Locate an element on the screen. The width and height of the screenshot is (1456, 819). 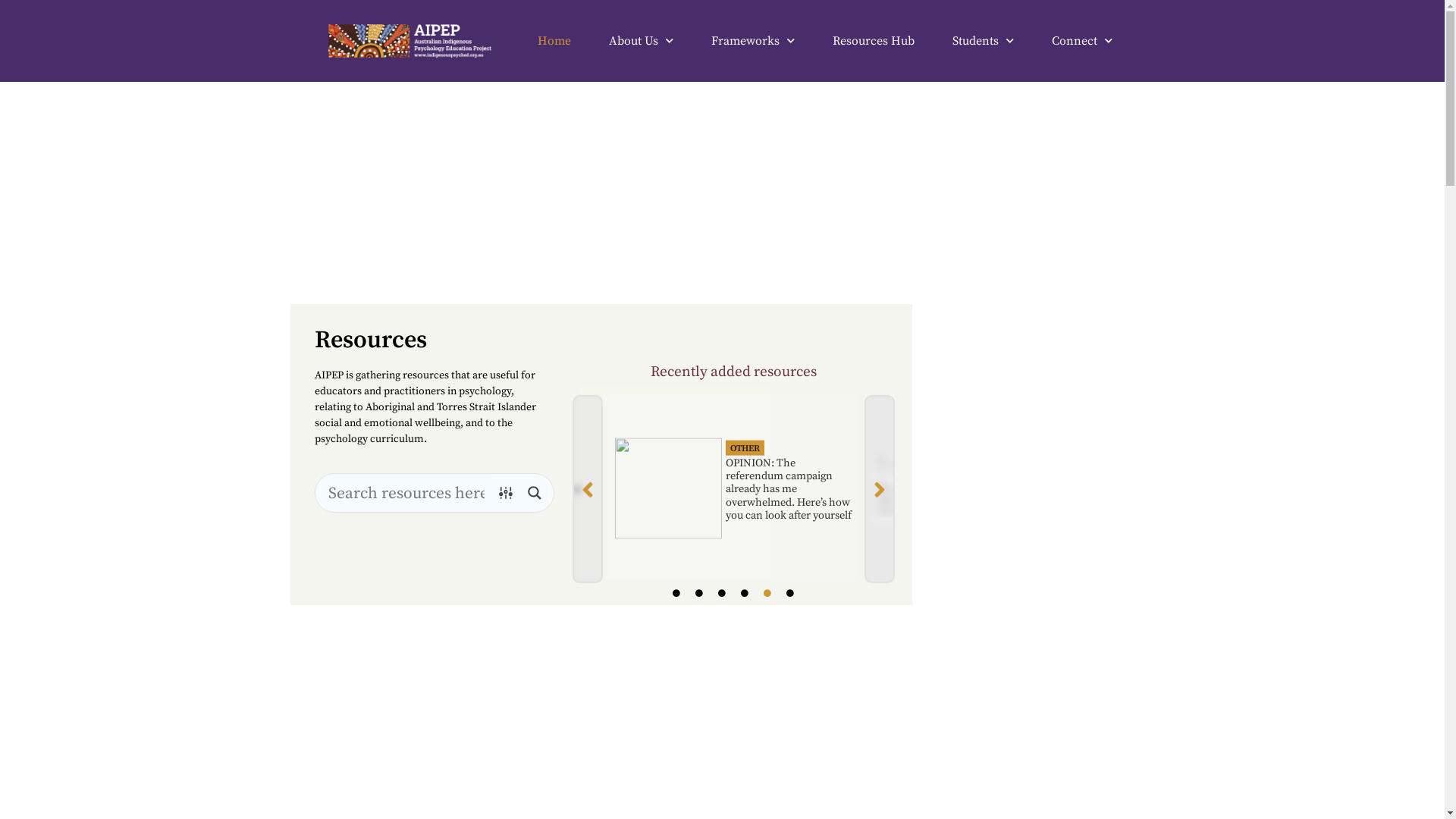
'Connect' is located at coordinates (1081, 40).